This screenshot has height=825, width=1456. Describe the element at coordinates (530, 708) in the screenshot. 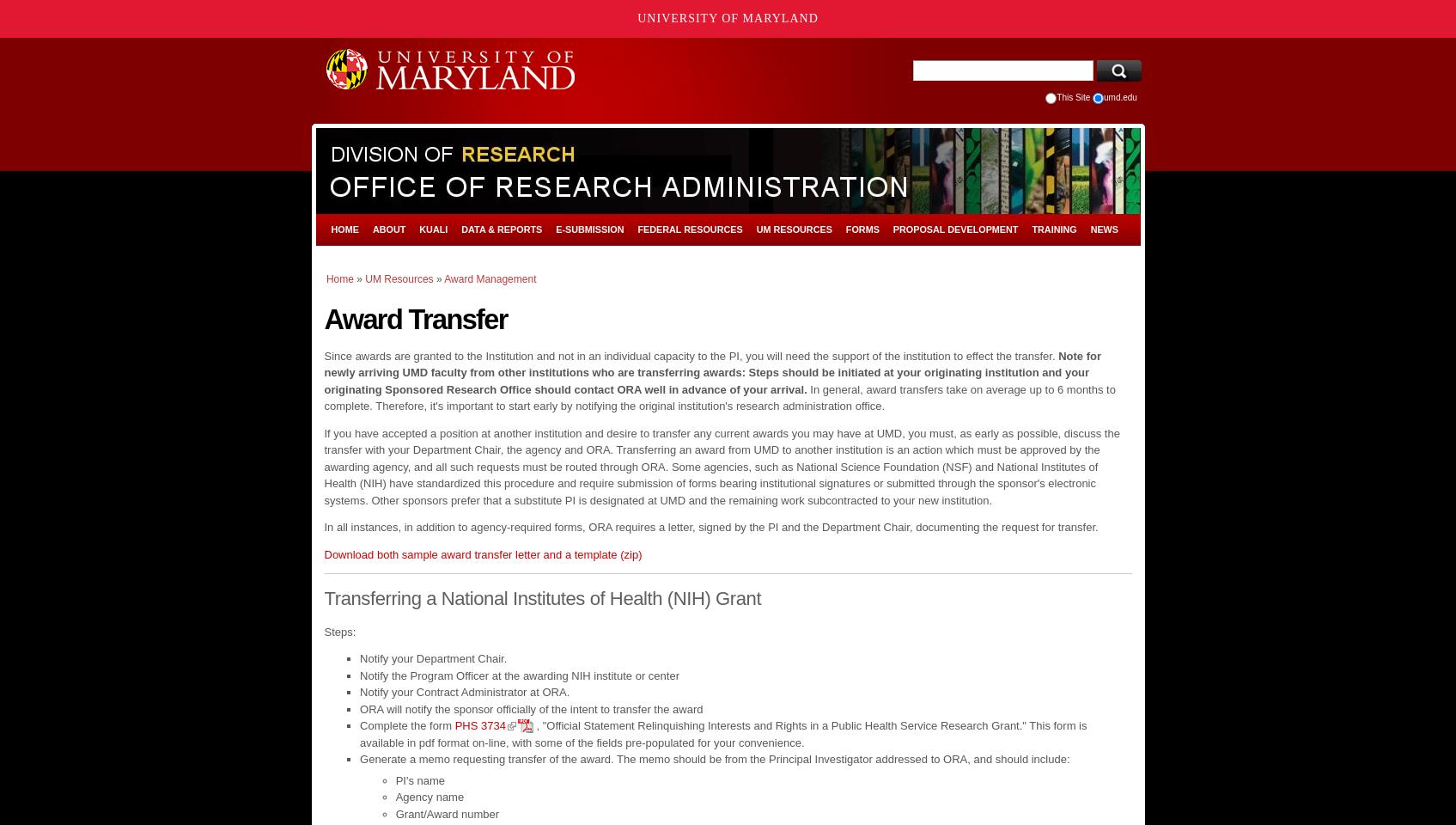

I see `'ORA will notify the sponsor officially of the intent to transfer the award'` at that location.